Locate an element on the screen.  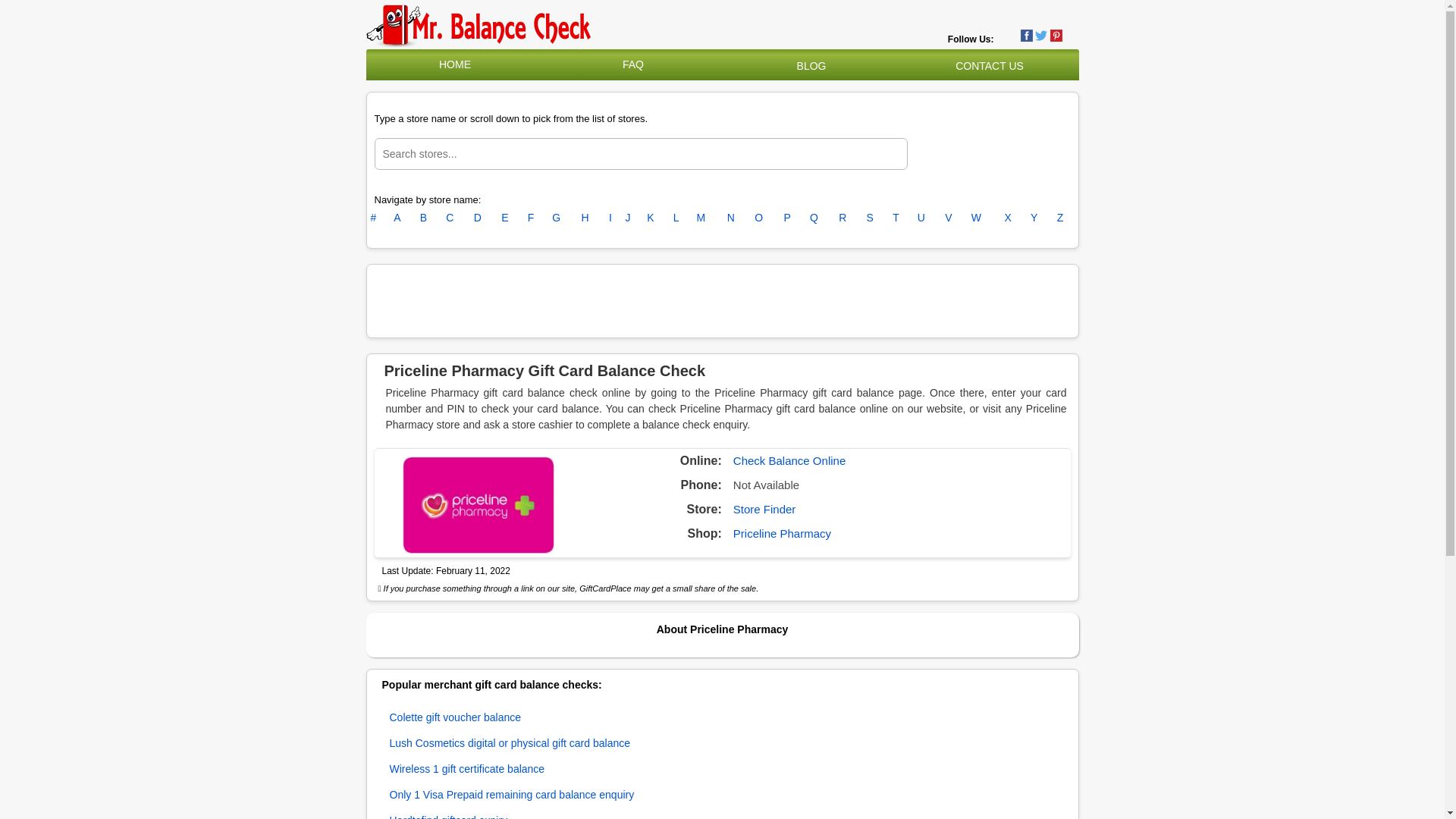
'V' is located at coordinates (944, 217).